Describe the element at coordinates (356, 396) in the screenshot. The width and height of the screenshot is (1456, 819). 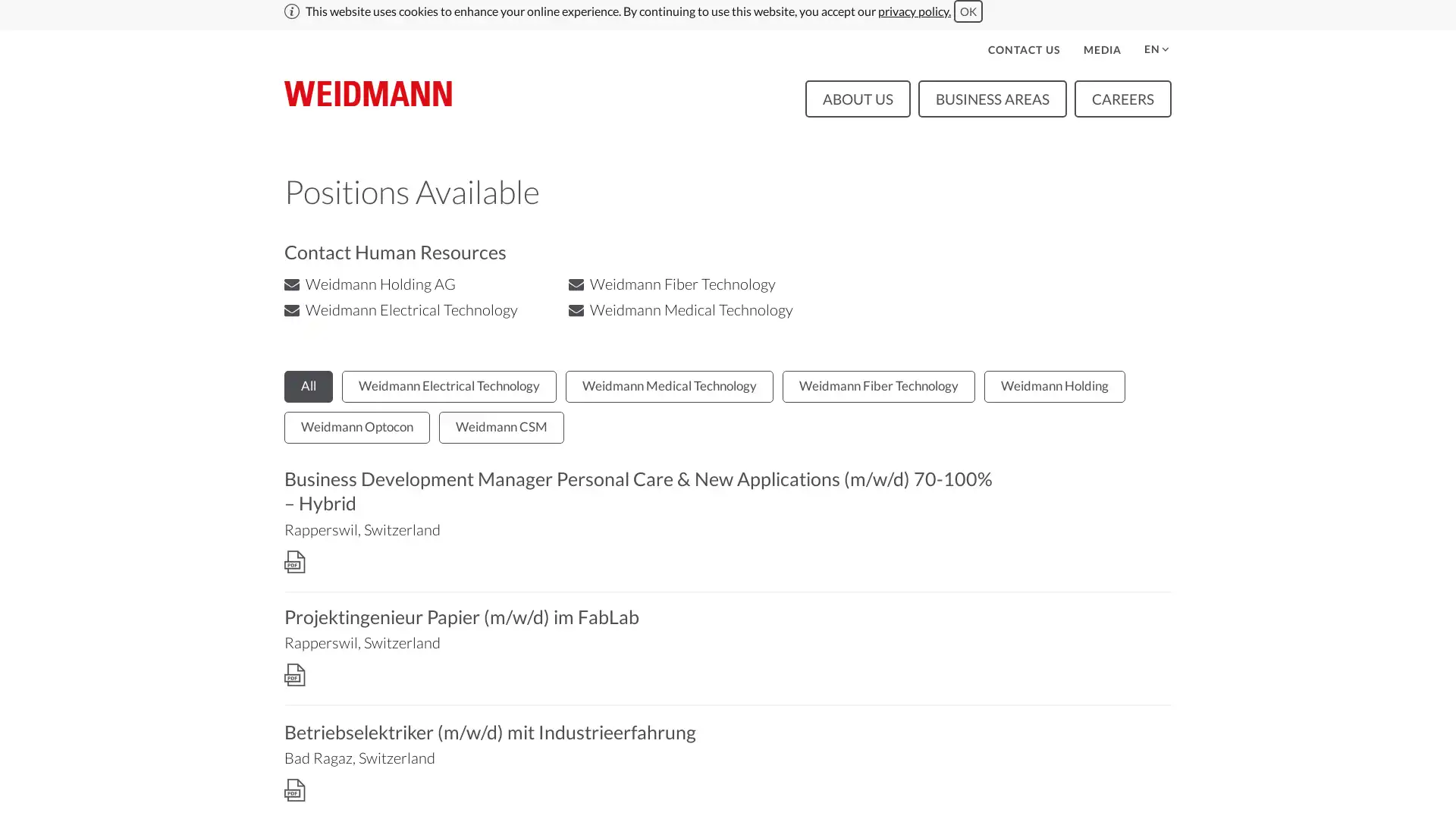
I see `Weidmann Optocon` at that location.